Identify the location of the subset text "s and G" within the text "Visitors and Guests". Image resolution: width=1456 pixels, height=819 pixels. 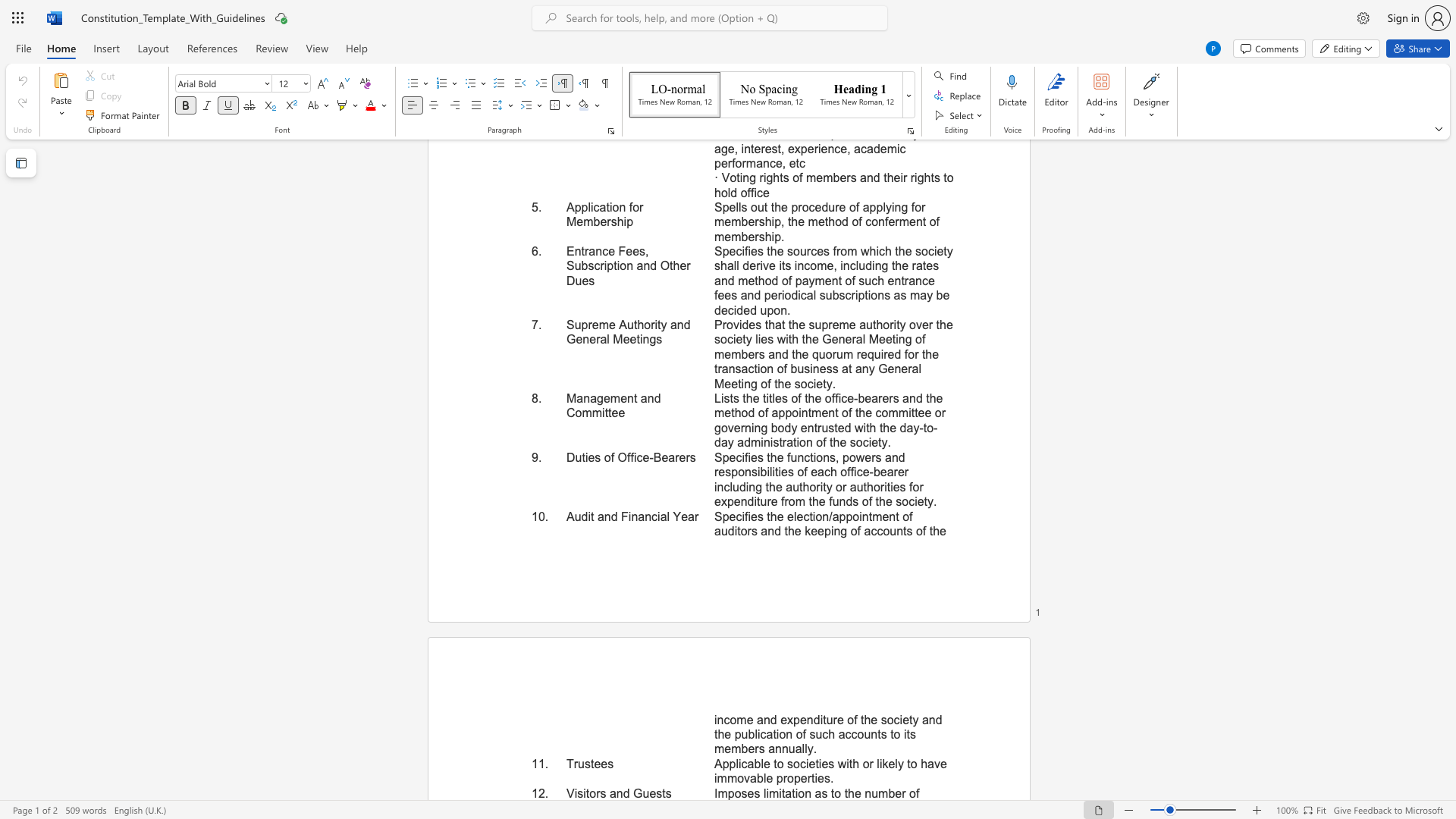
(599, 792).